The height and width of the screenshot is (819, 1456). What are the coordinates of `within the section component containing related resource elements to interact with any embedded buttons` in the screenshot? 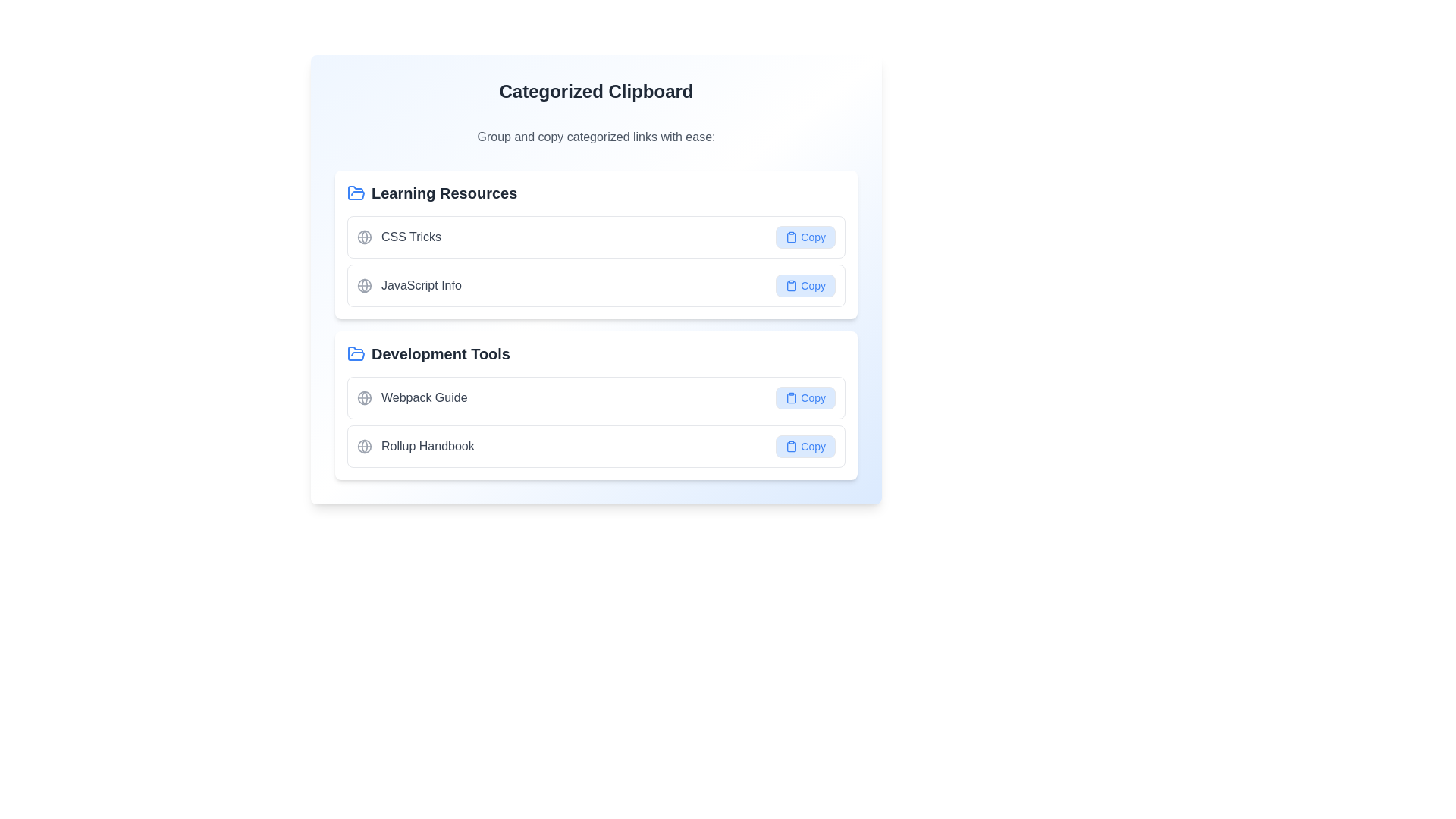 It's located at (595, 244).